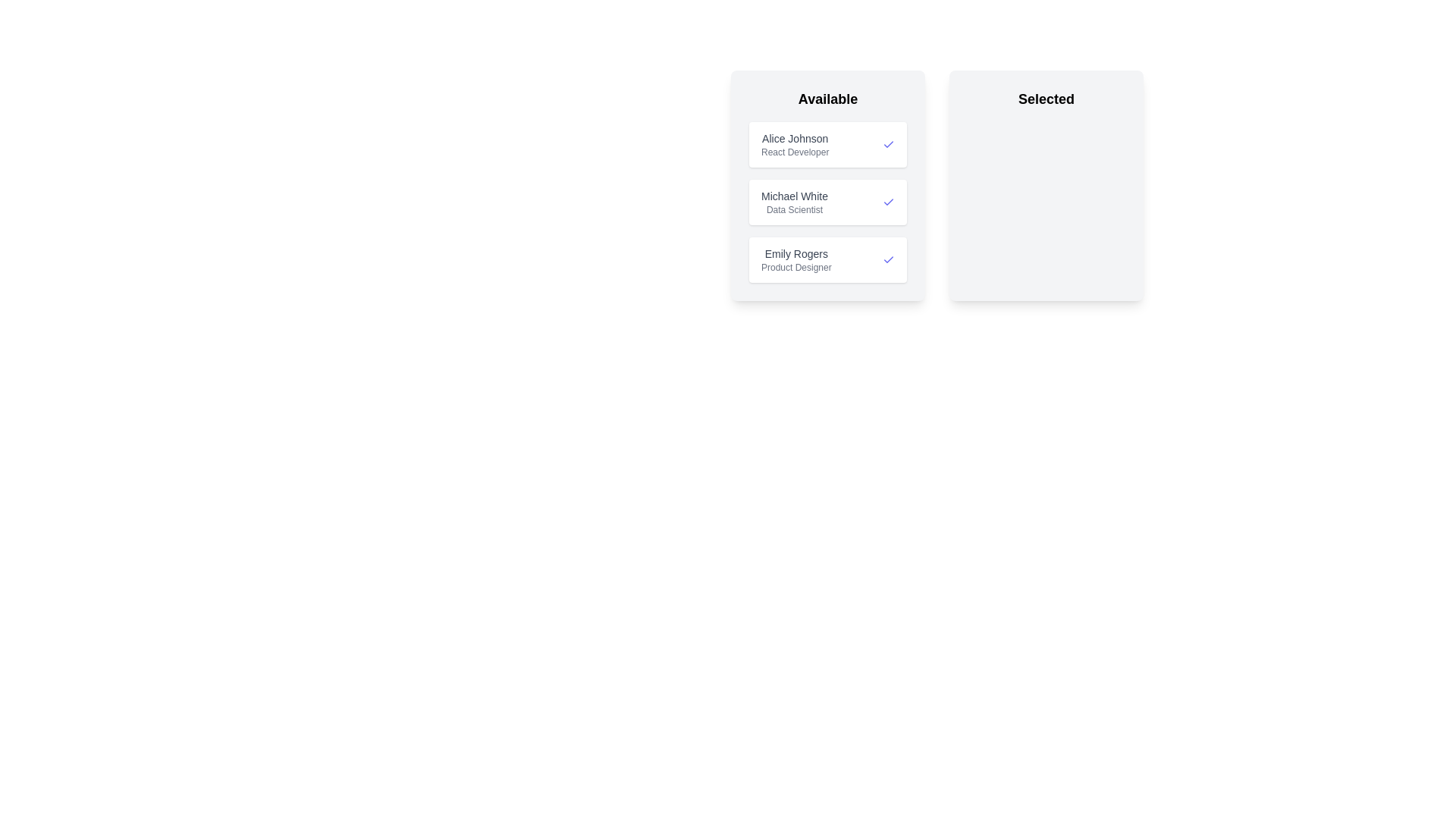  I want to click on the candidate entry Emily Rogers, so click(827, 259).